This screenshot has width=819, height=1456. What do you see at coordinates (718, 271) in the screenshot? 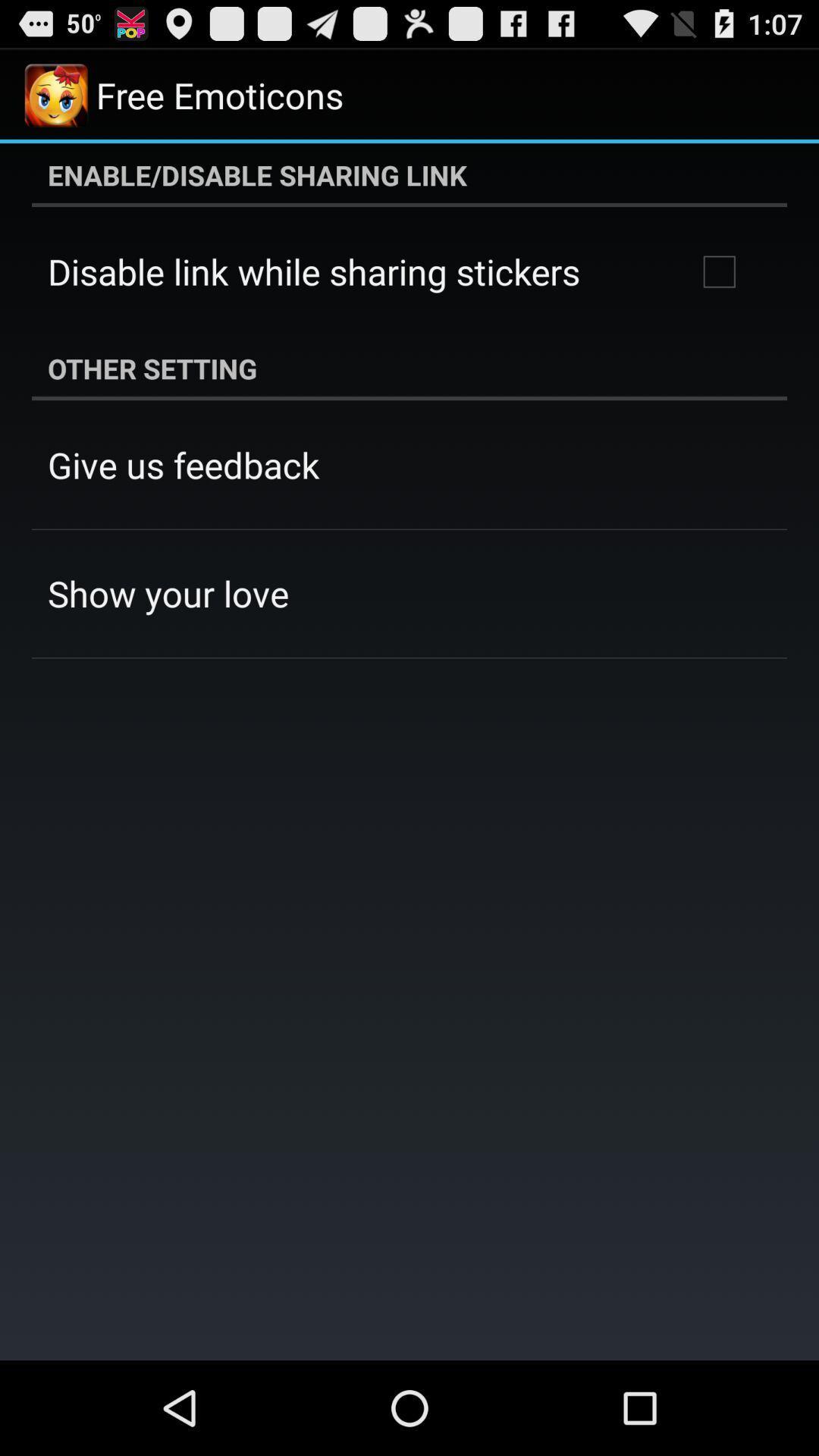
I see `app to the right of the disable link while app` at bounding box center [718, 271].